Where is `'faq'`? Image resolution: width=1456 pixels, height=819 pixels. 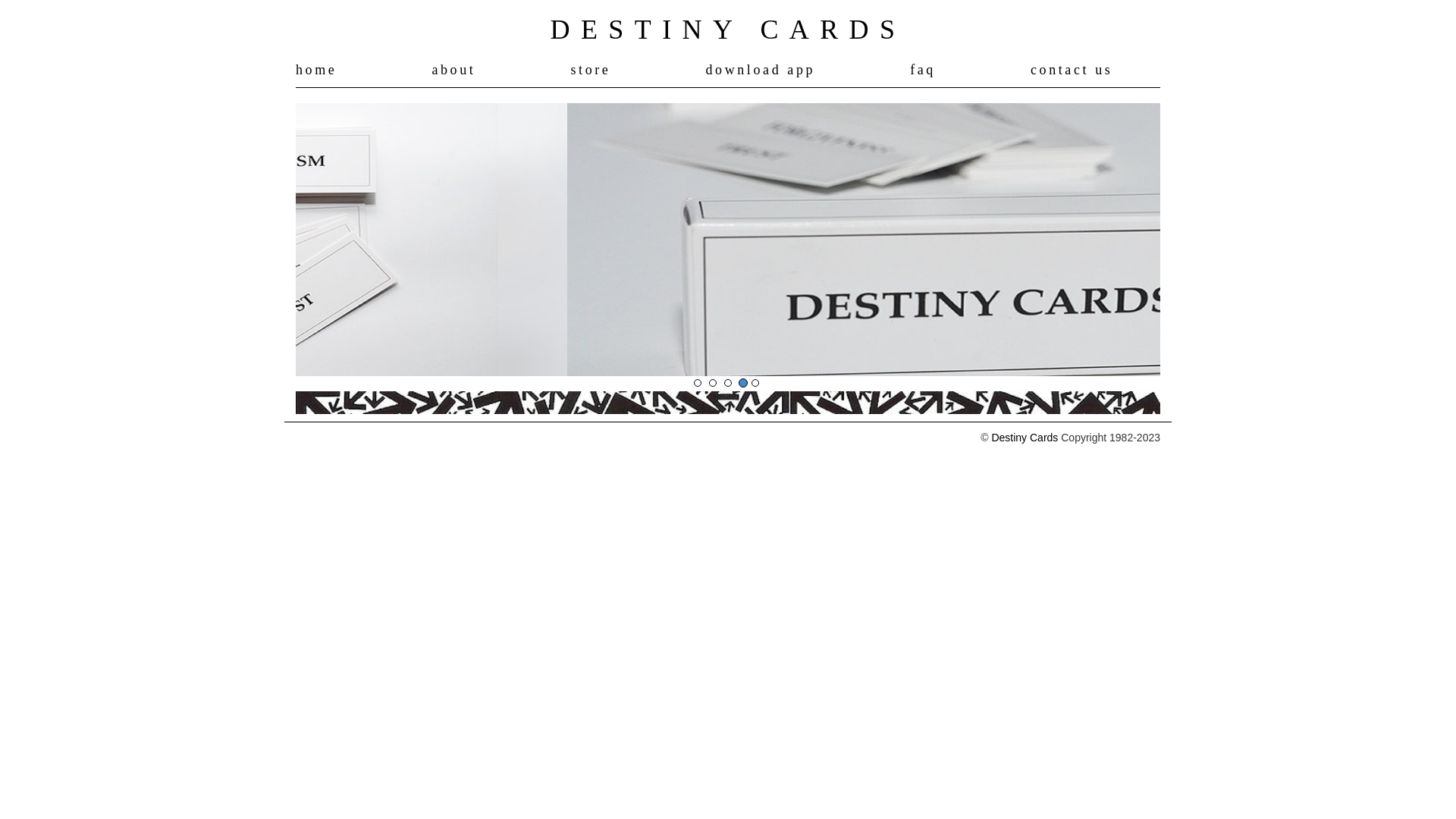 'faq' is located at coordinates (922, 70).